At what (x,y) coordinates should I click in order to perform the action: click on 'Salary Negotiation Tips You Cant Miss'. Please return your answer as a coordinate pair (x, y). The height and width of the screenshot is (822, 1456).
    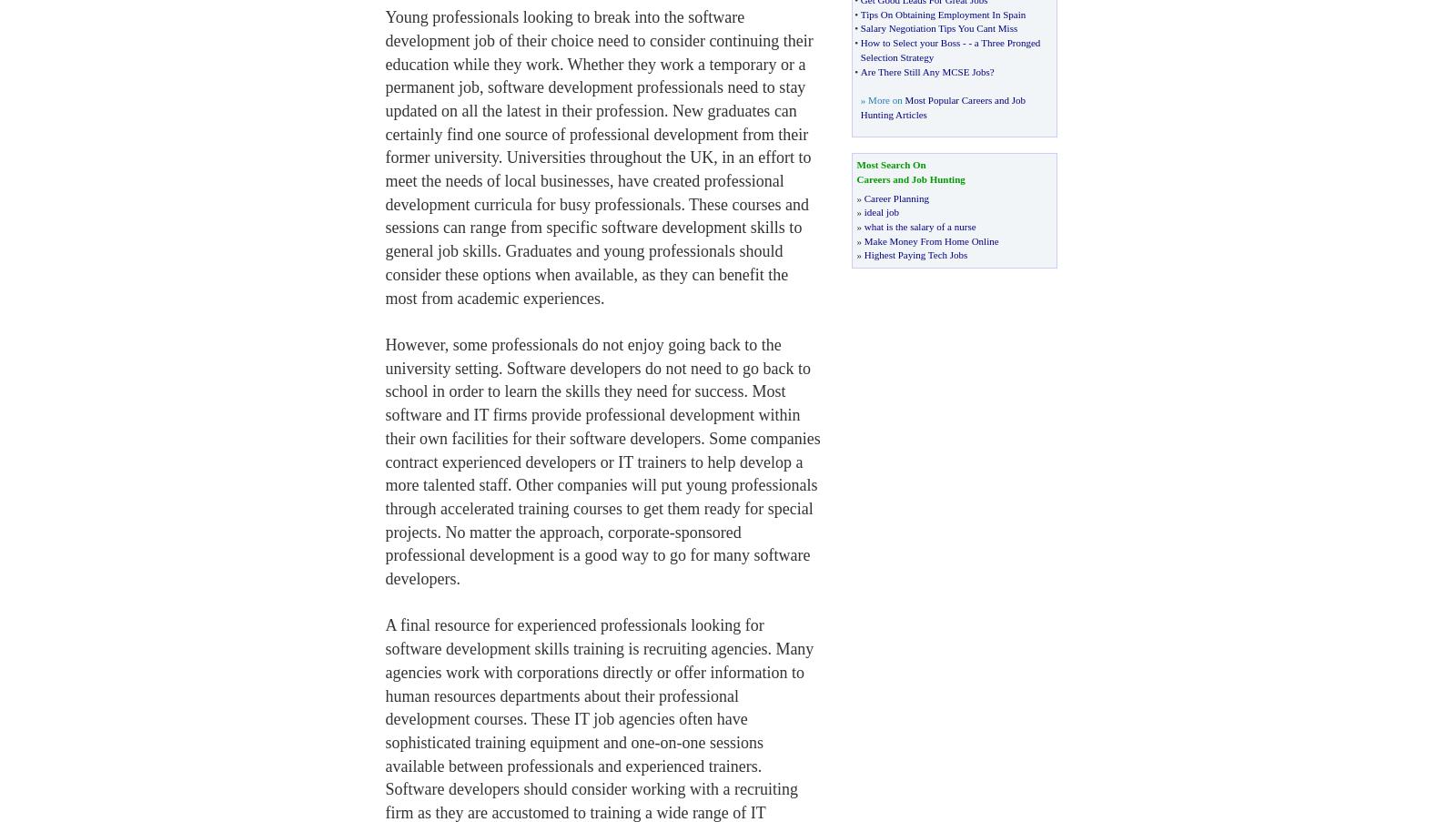
    Looking at the image, I should click on (938, 26).